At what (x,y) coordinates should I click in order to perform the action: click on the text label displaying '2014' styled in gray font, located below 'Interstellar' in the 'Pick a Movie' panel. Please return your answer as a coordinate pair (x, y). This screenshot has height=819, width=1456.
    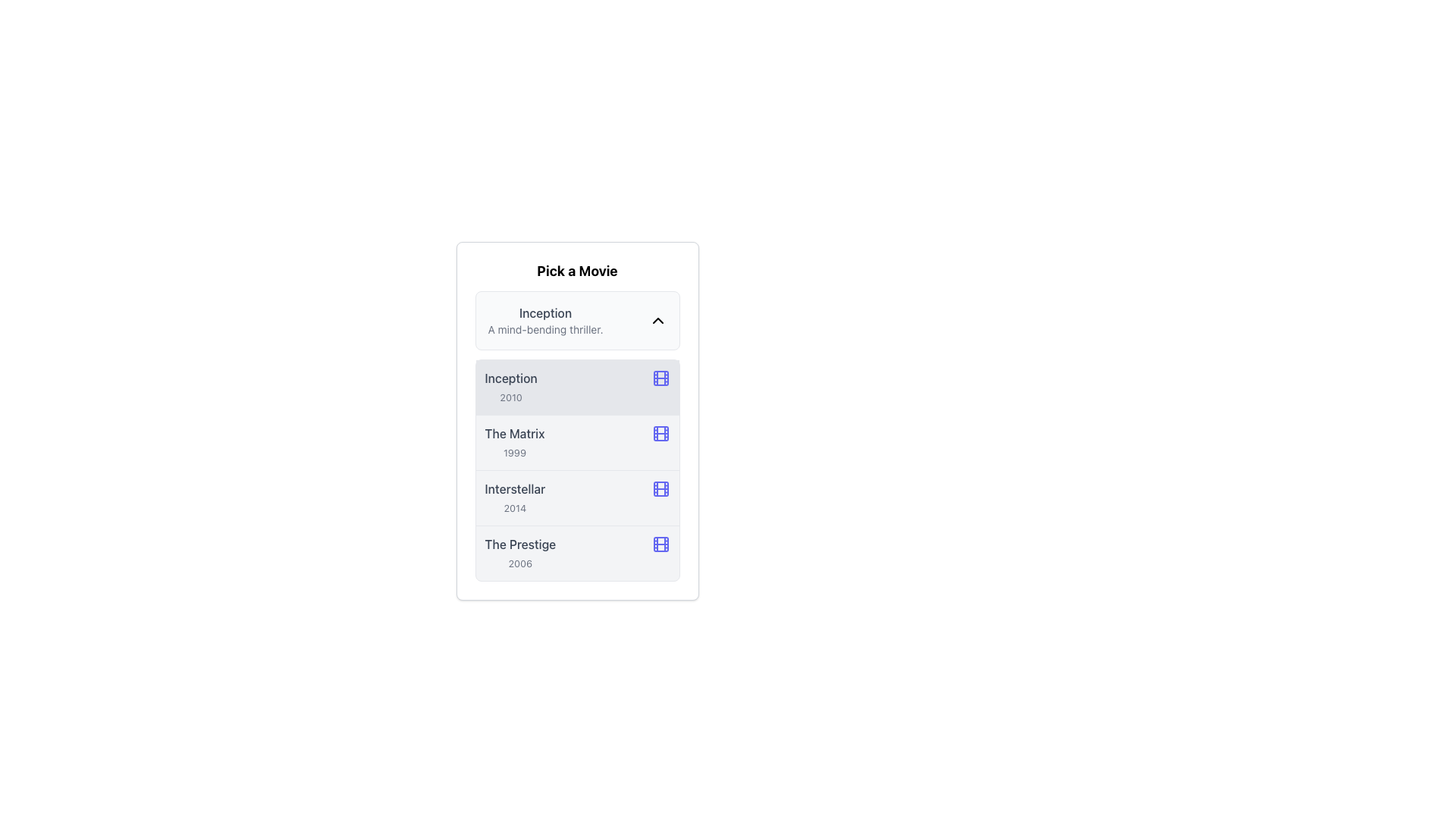
    Looking at the image, I should click on (515, 508).